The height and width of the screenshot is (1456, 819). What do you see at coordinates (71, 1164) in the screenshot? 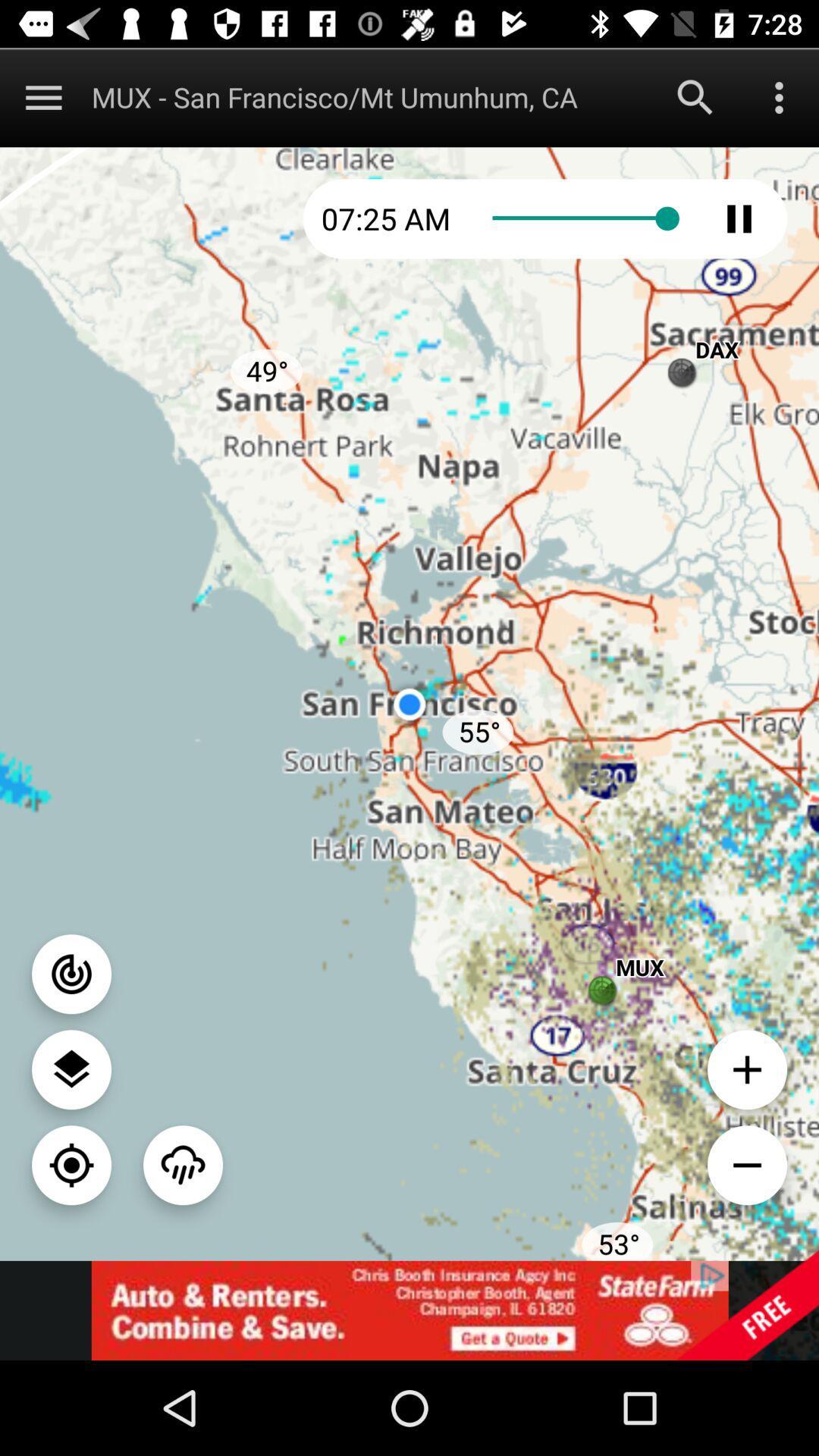
I see `location button` at bounding box center [71, 1164].